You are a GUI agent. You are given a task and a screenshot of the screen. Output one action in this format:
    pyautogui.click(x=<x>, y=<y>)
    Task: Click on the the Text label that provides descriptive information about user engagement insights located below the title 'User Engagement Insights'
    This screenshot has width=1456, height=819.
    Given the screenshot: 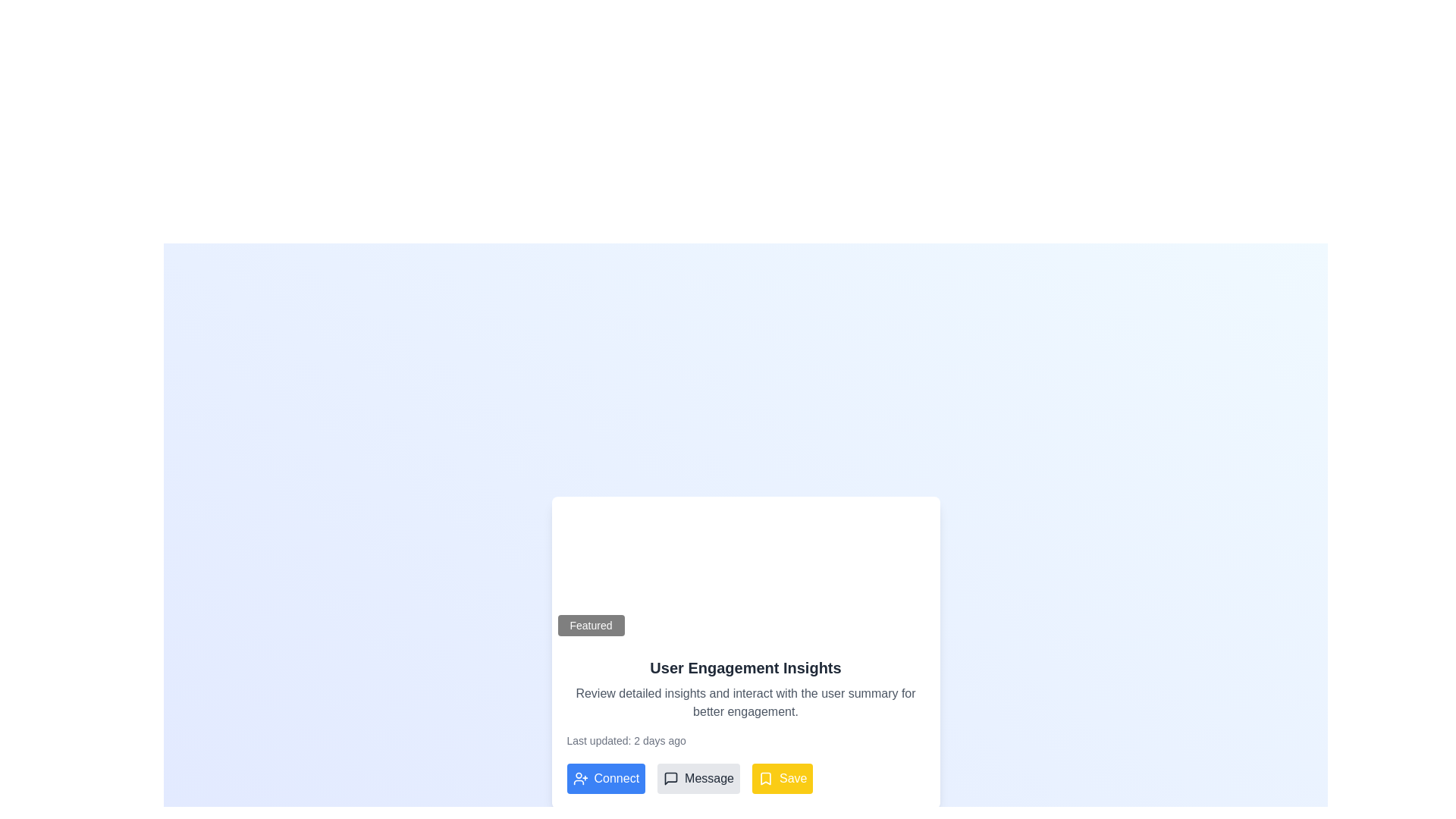 What is the action you would take?
    pyautogui.click(x=745, y=702)
    